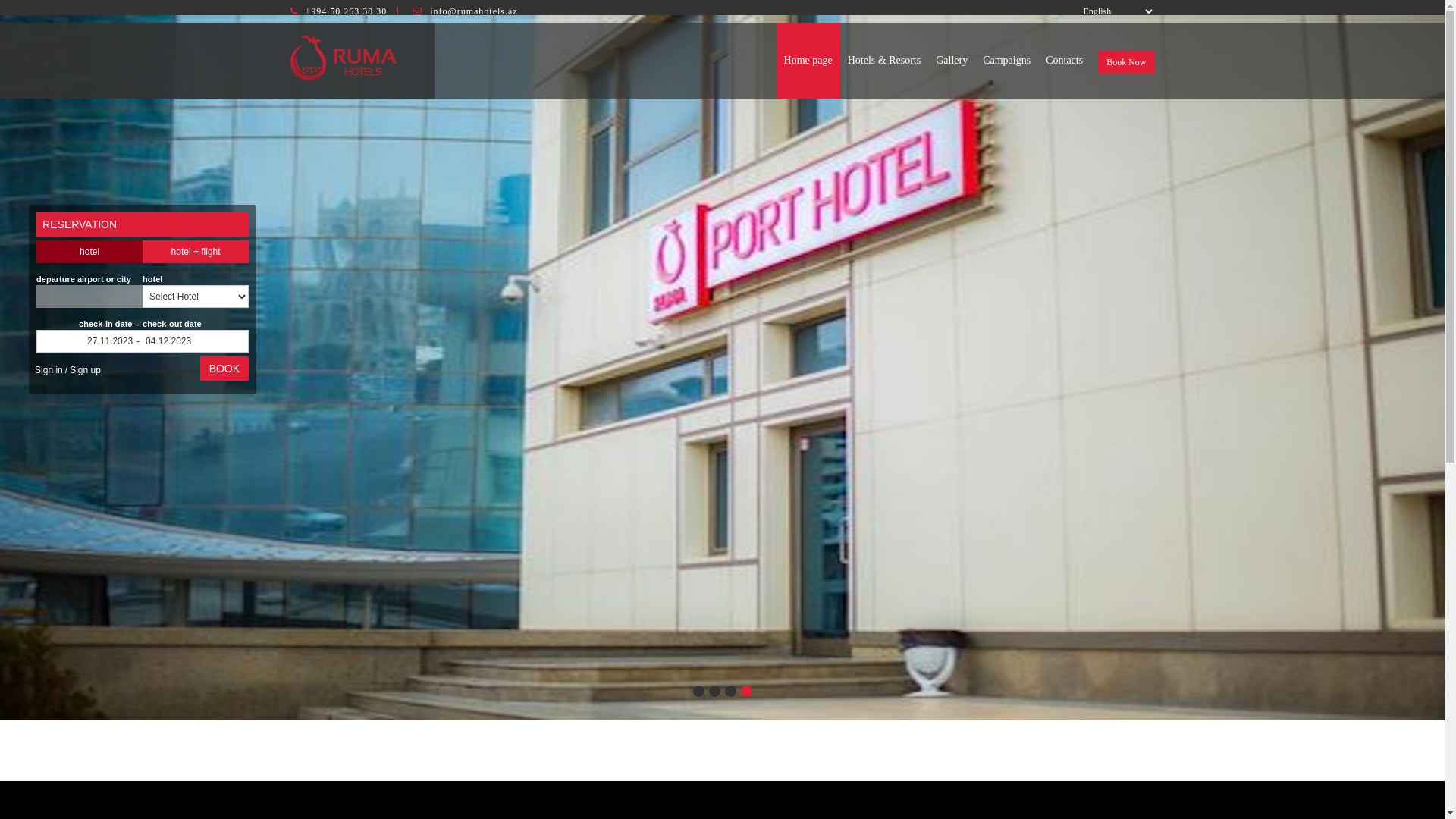  What do you see at coordinates (224, 369) in the screenshot?
I see `'BOOK'` at bounding box center [224, 369].